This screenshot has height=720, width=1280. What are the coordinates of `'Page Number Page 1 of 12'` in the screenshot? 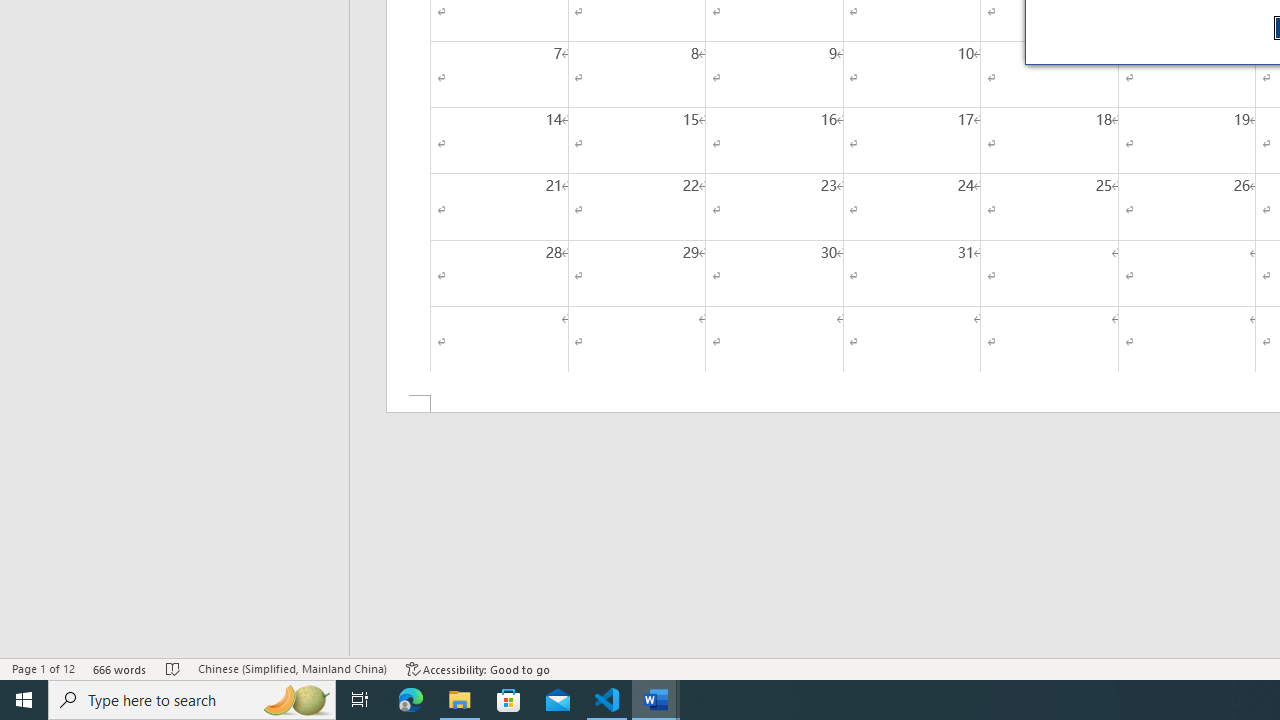 It's located at (43, 669).